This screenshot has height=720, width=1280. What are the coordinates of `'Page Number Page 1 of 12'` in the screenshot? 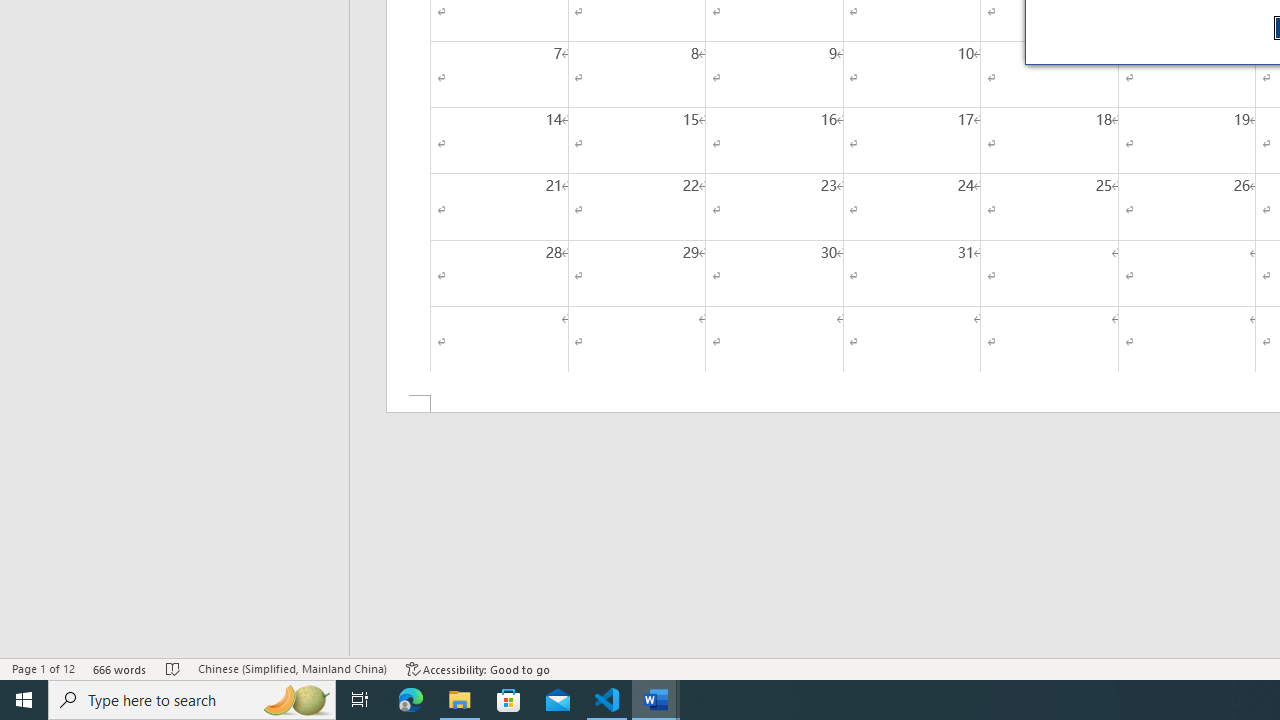 It's located at (43, 669).